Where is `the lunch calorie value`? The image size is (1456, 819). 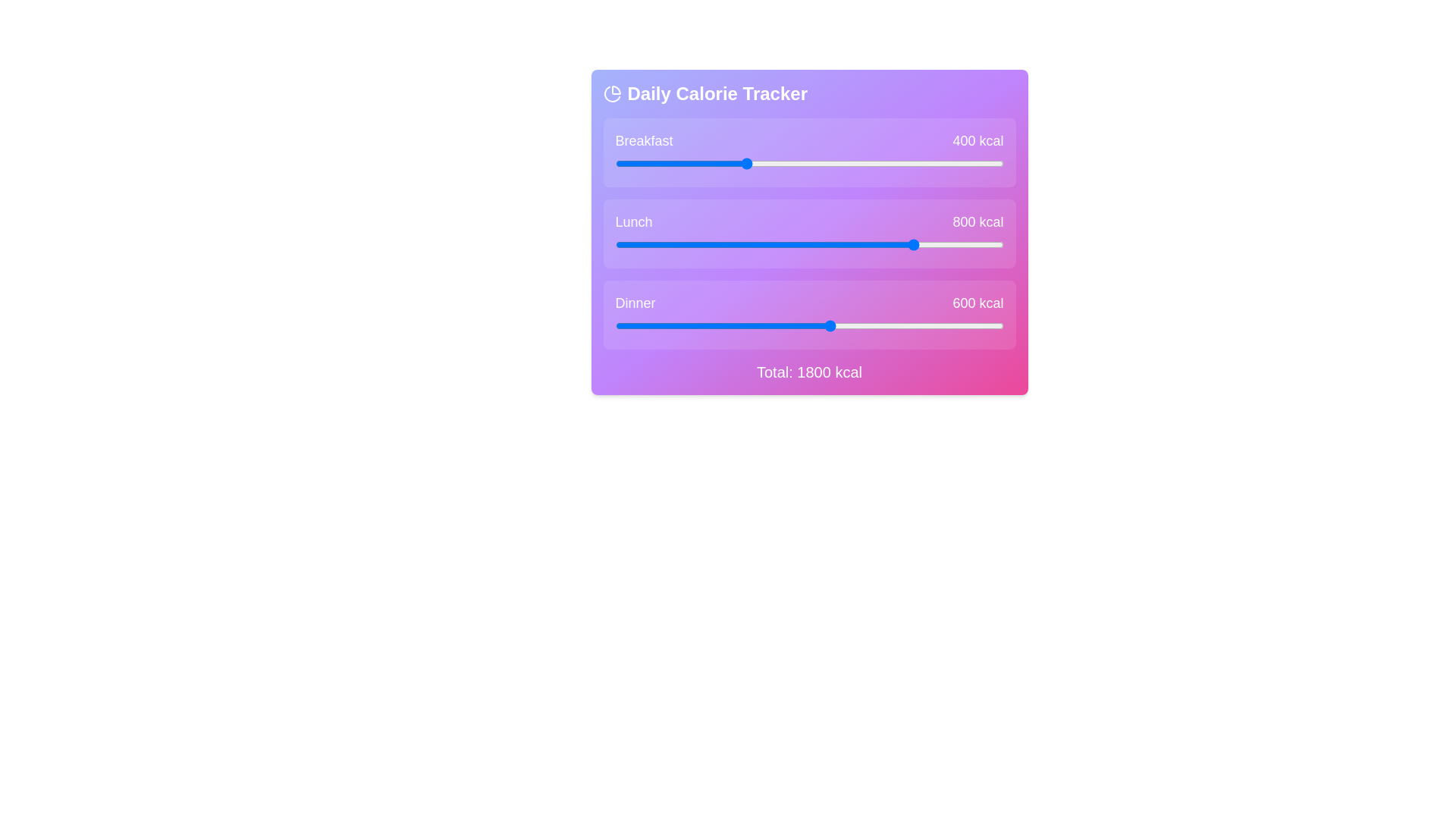
the lunch calorie value is located at coordinates (997, 244).